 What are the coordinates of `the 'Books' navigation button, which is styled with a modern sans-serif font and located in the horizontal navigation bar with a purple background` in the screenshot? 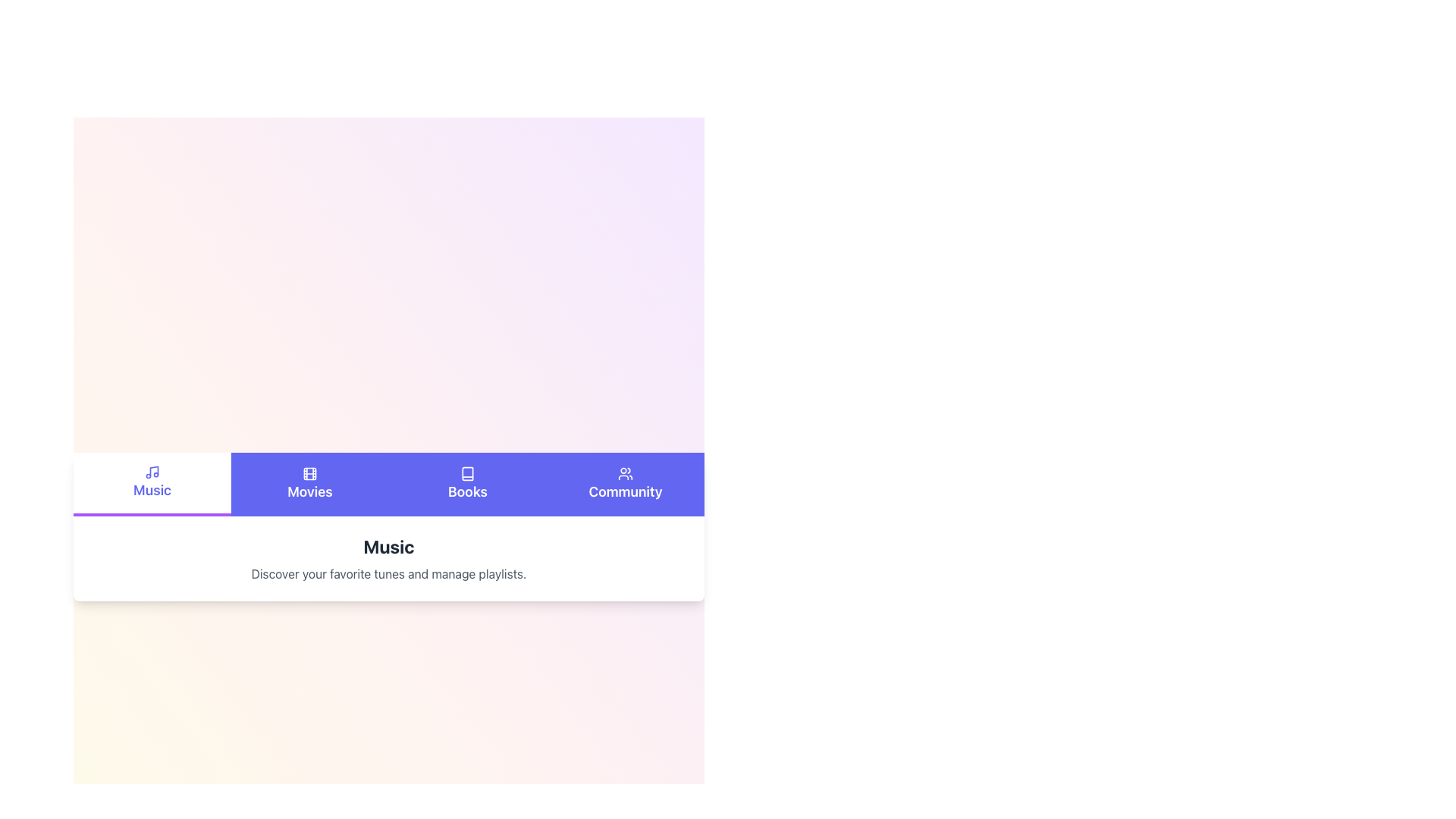 It's located at (467, 485).